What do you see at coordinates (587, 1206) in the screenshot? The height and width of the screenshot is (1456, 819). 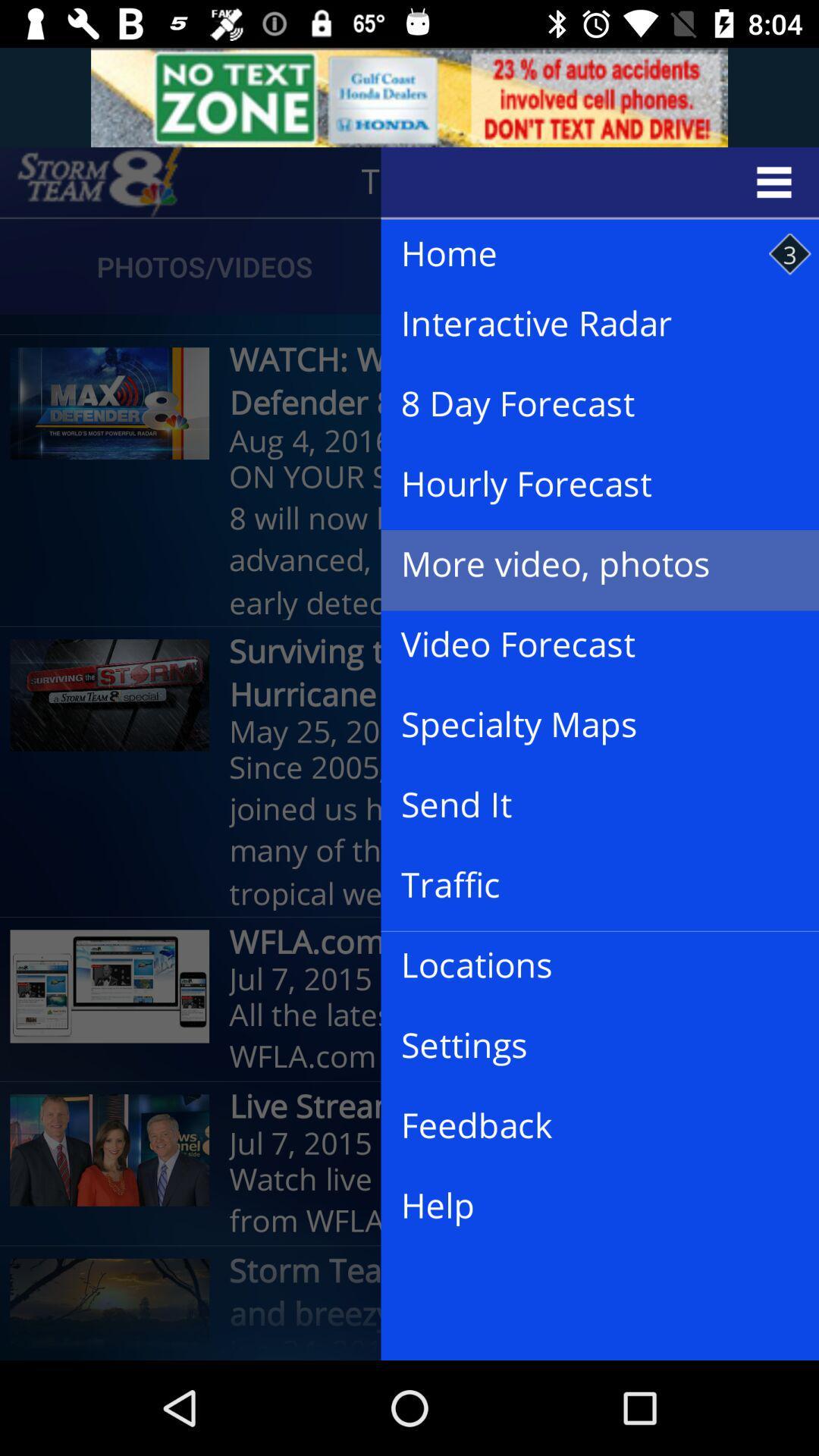 I see `the help item` at bounding box center [587, 1206].